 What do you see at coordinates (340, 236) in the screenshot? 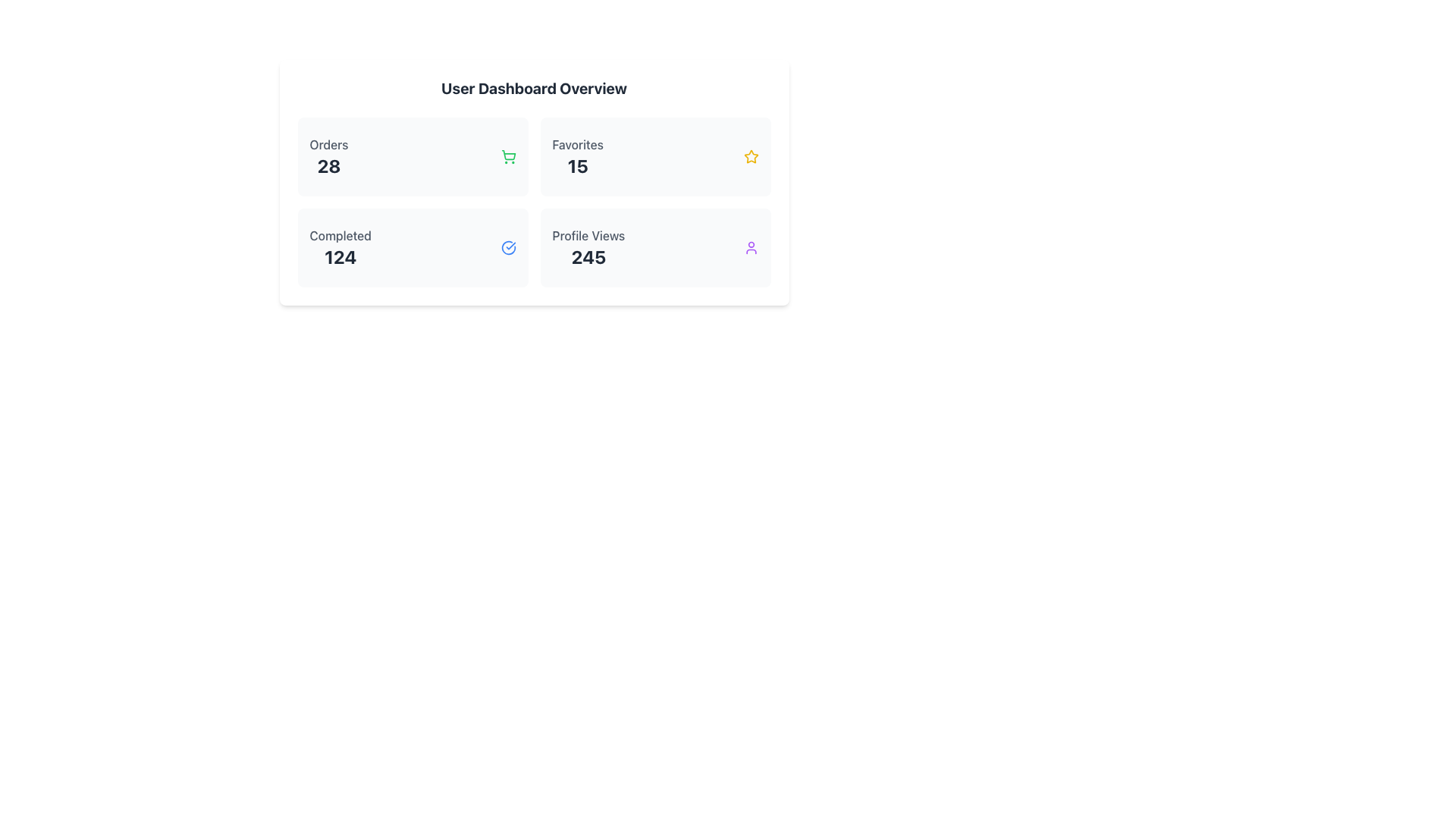
I see `the text label displaying 'Completed' in gray color, located in the second row of the dashboard overview panel` at bounding box center [340, 236].